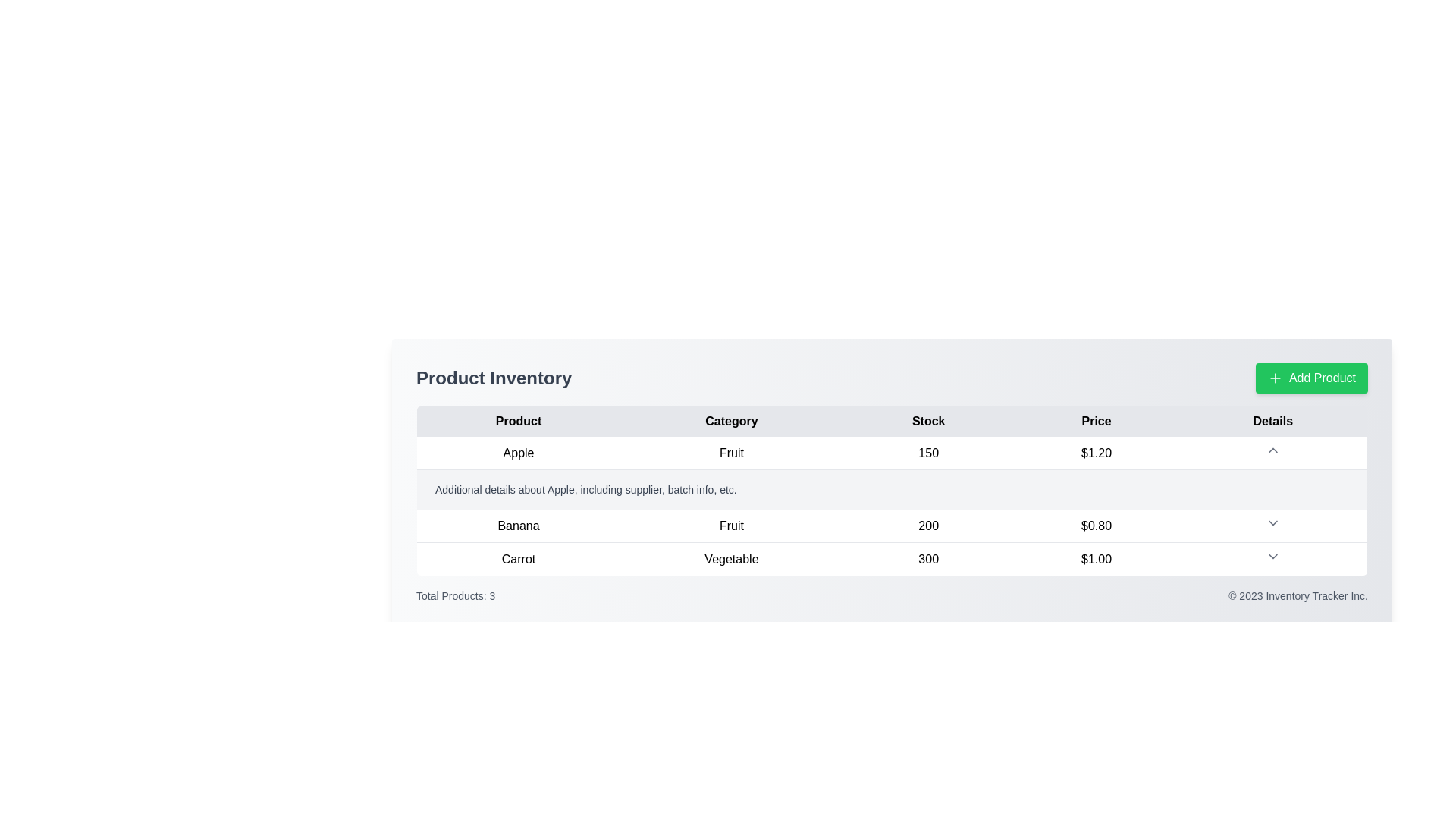 The height and width of the screenshot is (819, 1456). I want to click on the small triangular icon resembling an upward-pointing arrow in the 'Details' column for the 'Apple' product, so click(1273, 452).